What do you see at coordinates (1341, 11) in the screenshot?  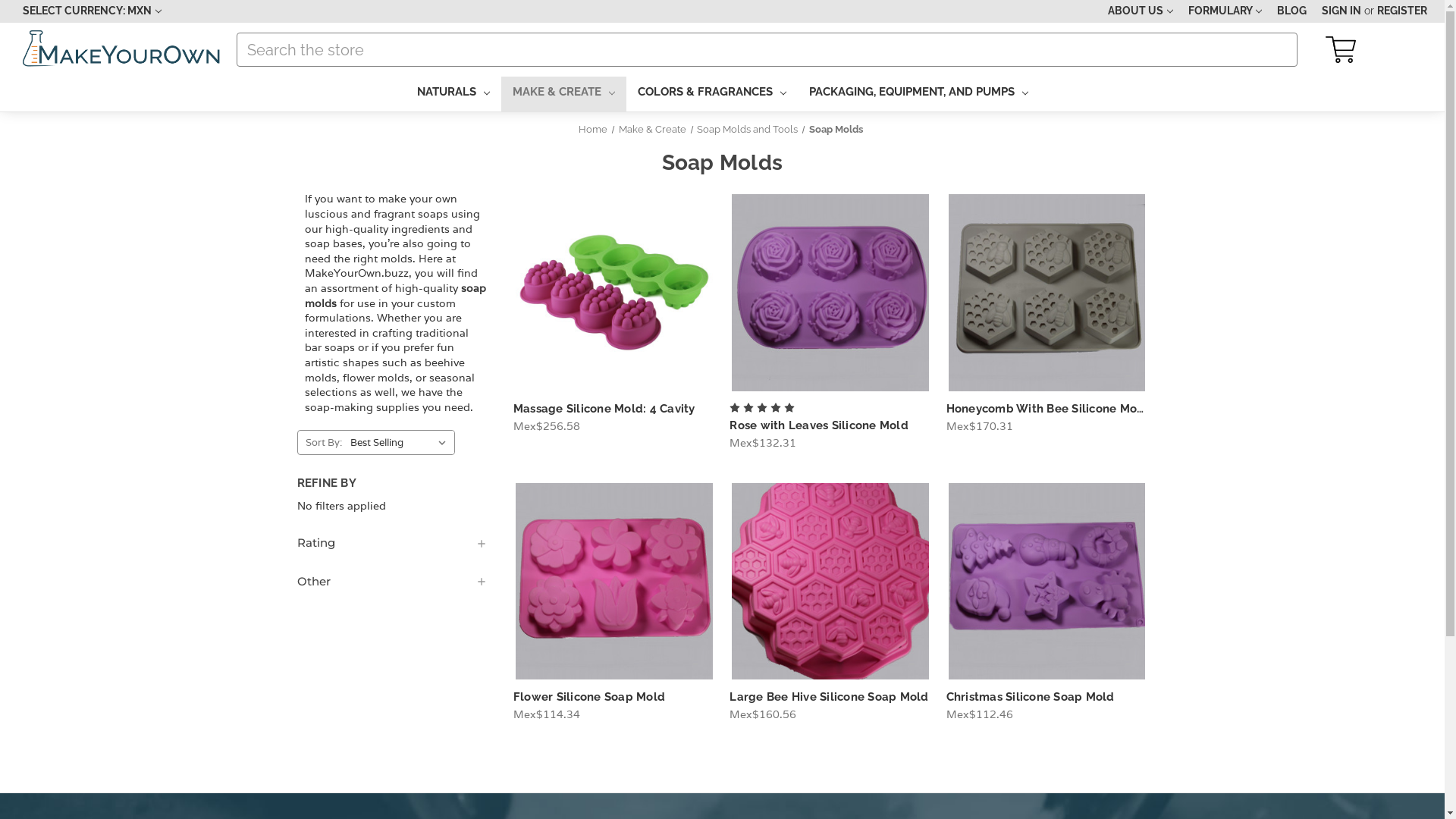 I see `'SIGN IN'` at bounding box center [1341, 11].